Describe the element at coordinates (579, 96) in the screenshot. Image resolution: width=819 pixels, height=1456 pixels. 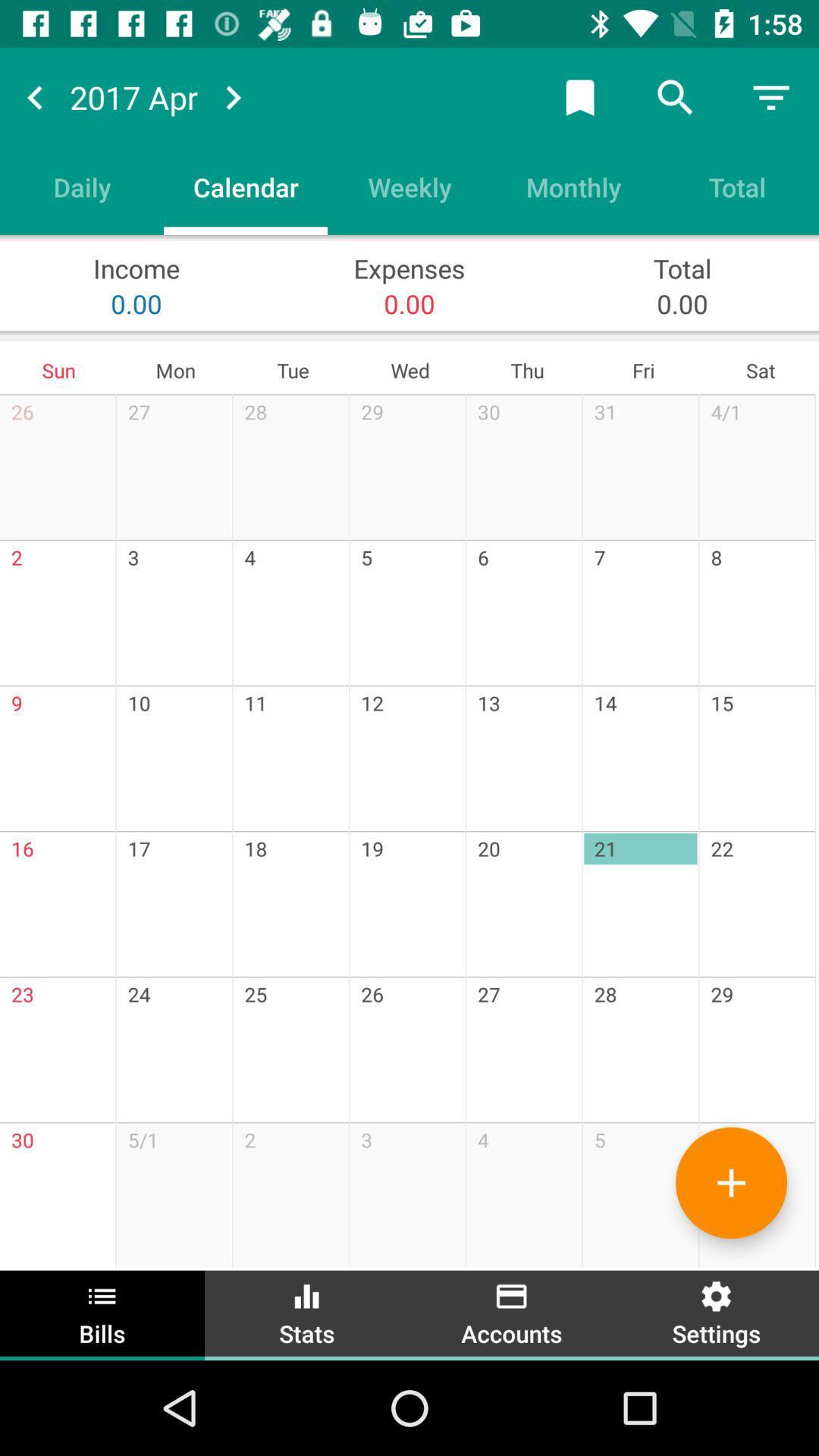
I see `put a savemark` at that location.